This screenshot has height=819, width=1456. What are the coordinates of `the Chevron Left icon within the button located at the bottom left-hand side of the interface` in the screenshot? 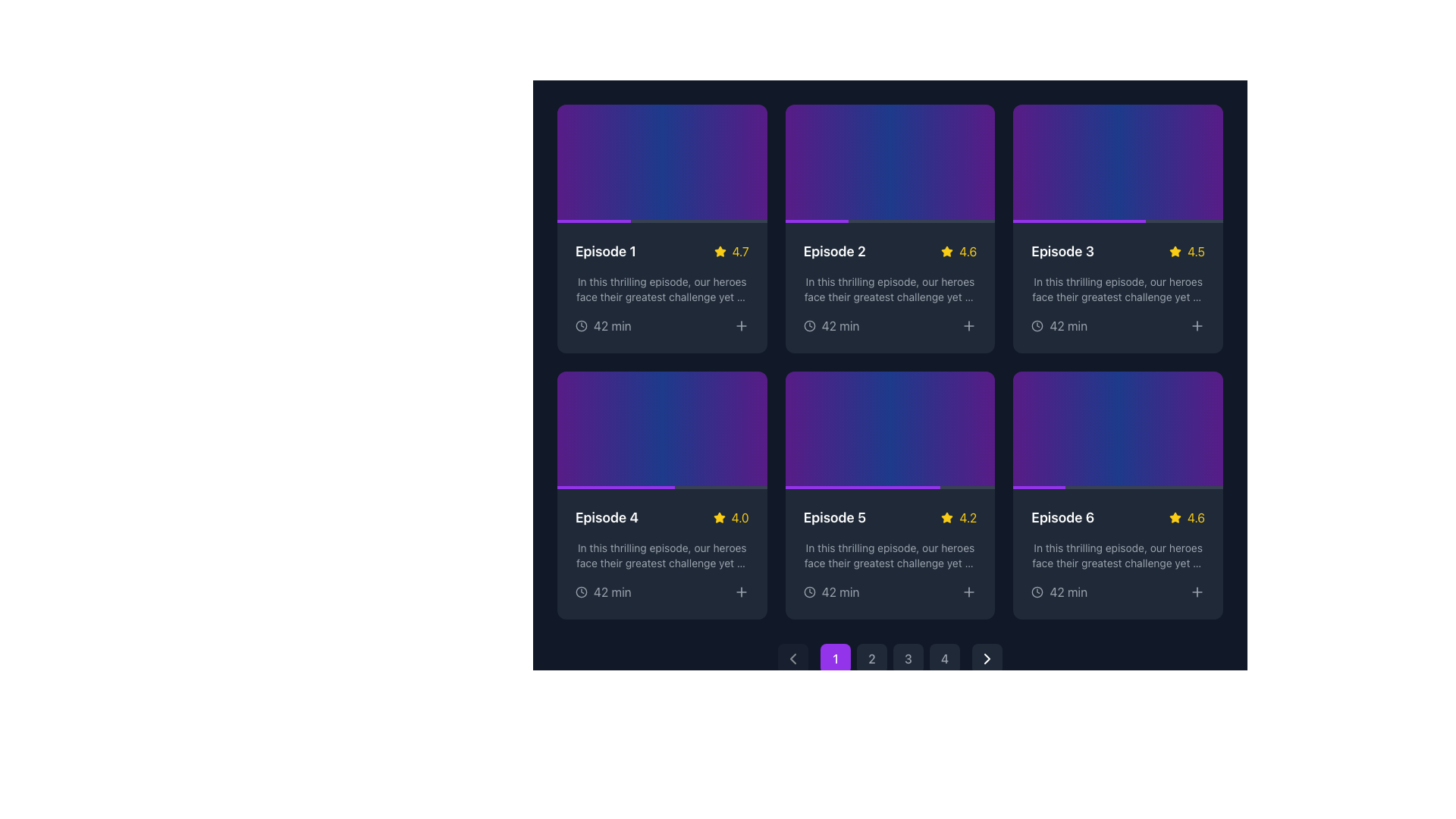 It's located at (792, 657).